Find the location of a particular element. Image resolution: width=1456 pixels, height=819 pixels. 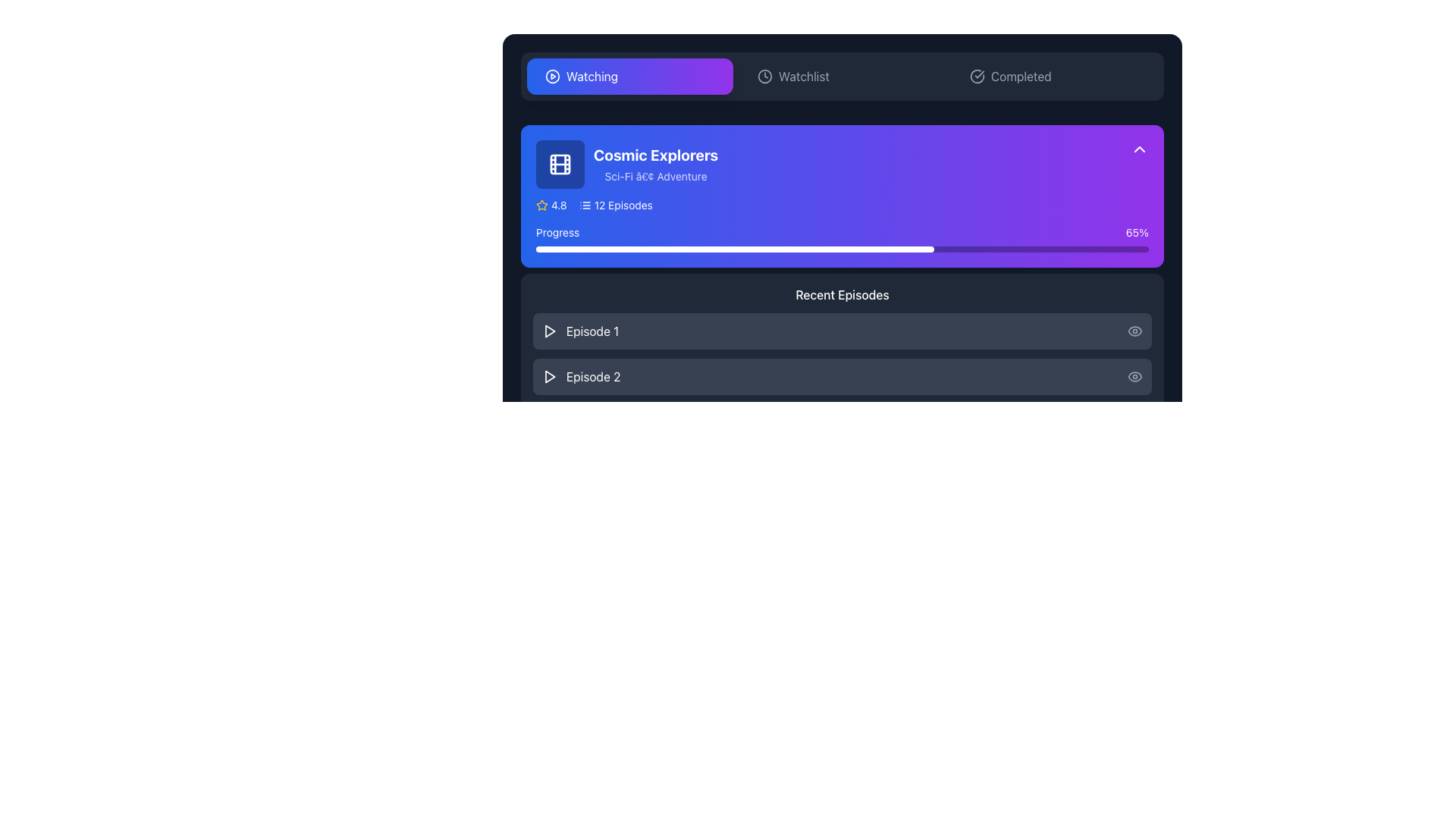

the 'Watchlist' button located in the navigation bar, which is the second button between the 'Watching' and 'Completed' buttons is located at coordinates (841, 76).